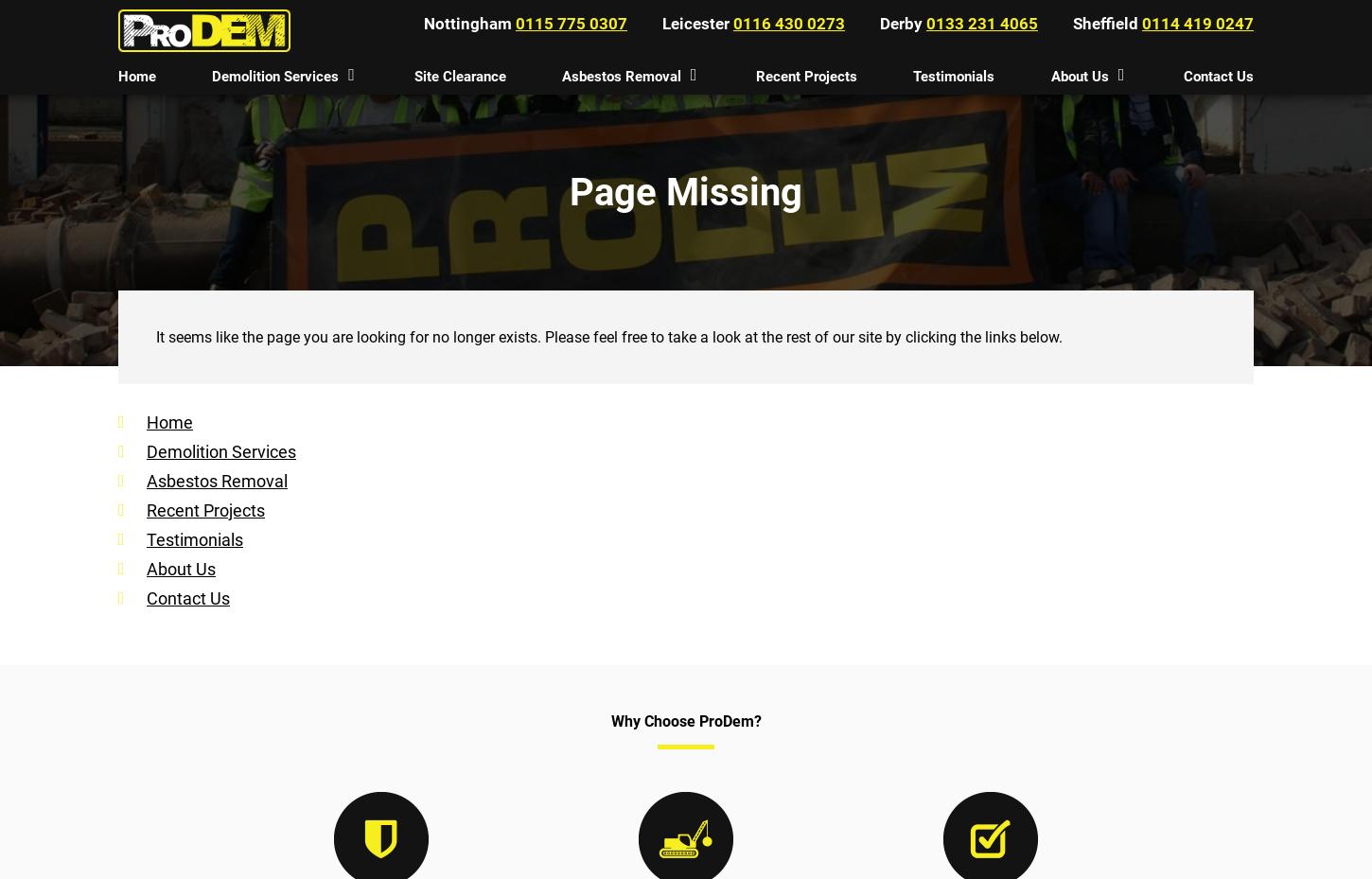 This screenshot has width=1372, height=879. I want to click on 'Sheffield', so click(1072, 22).